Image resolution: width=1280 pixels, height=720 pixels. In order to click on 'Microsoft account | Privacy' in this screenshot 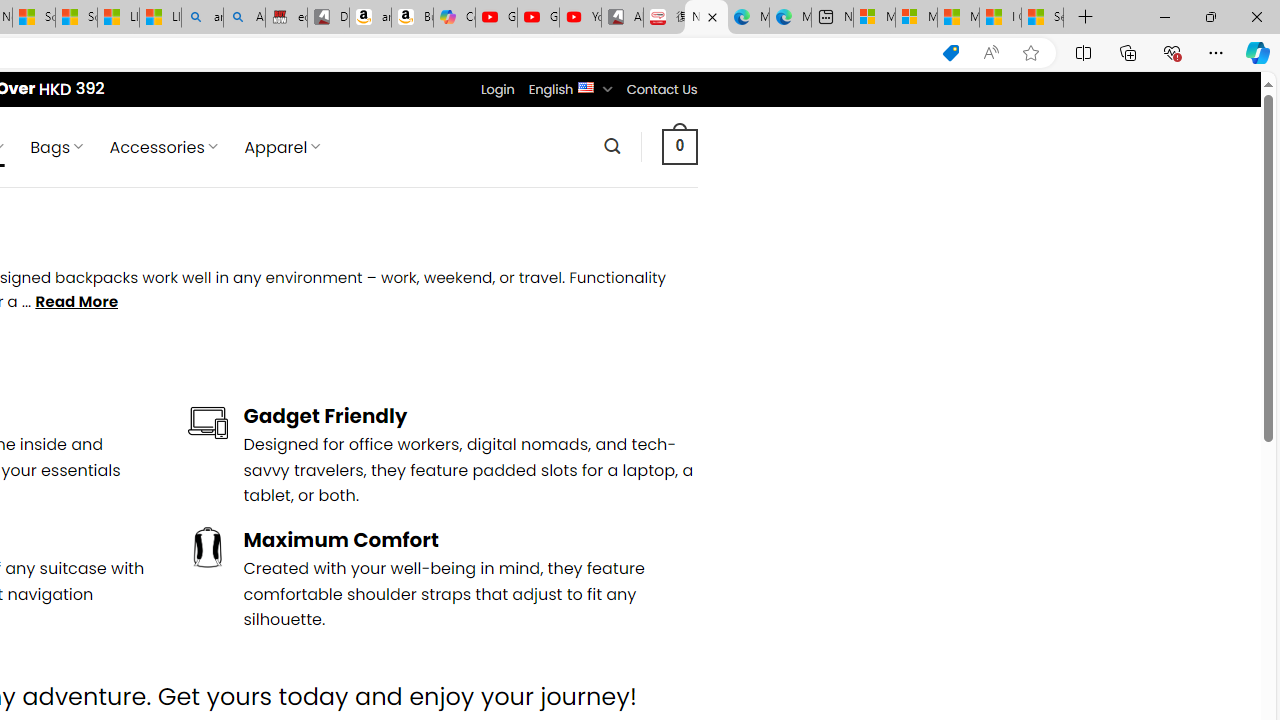, I will do `click(915, 17)`.